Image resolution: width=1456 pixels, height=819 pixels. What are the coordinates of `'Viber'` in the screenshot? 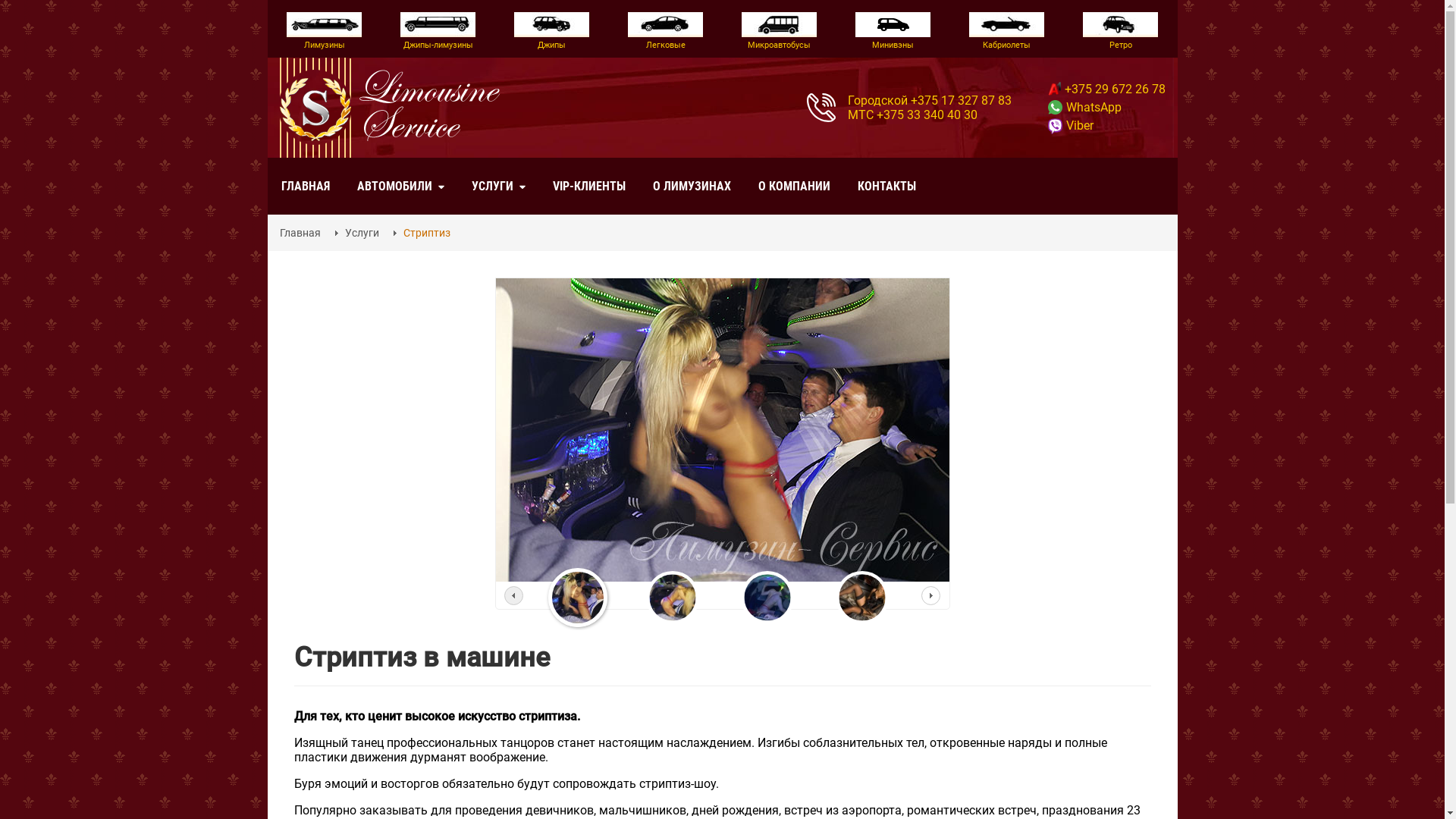 It's located at (1069, 124).